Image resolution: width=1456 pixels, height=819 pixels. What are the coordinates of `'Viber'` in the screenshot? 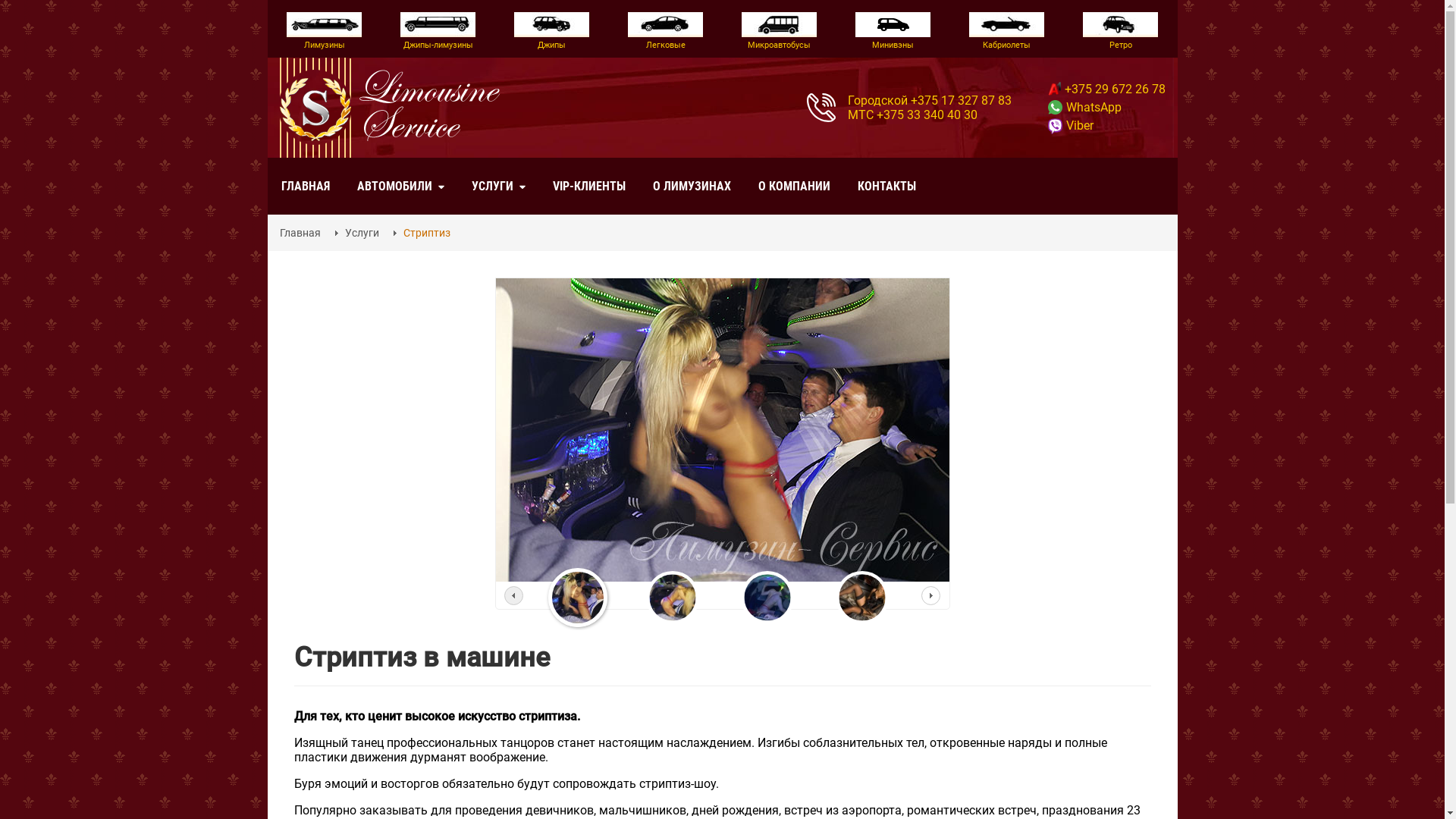 It's located at (1069, 124).